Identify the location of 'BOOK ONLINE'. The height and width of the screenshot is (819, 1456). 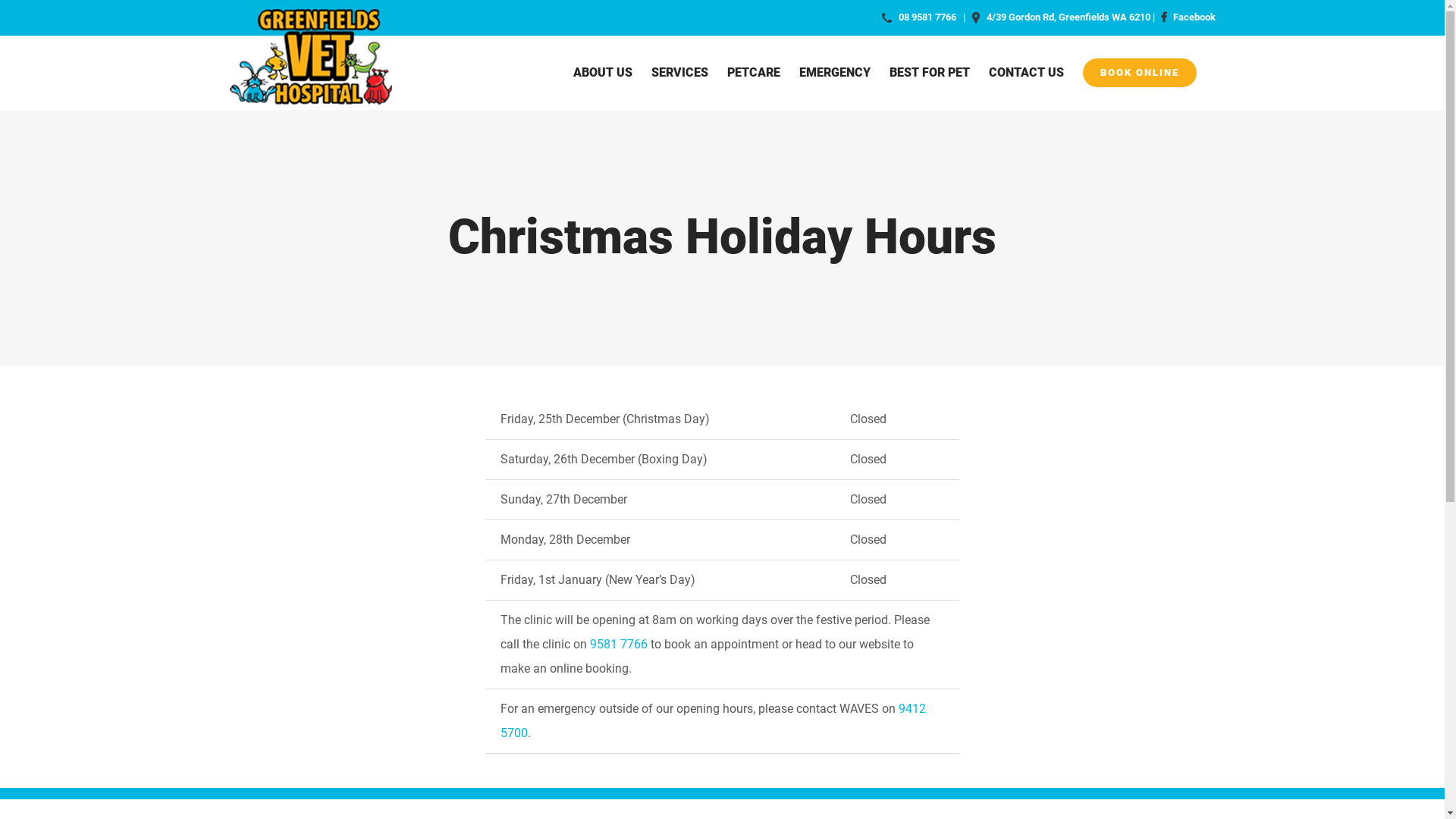
(1082, 72).